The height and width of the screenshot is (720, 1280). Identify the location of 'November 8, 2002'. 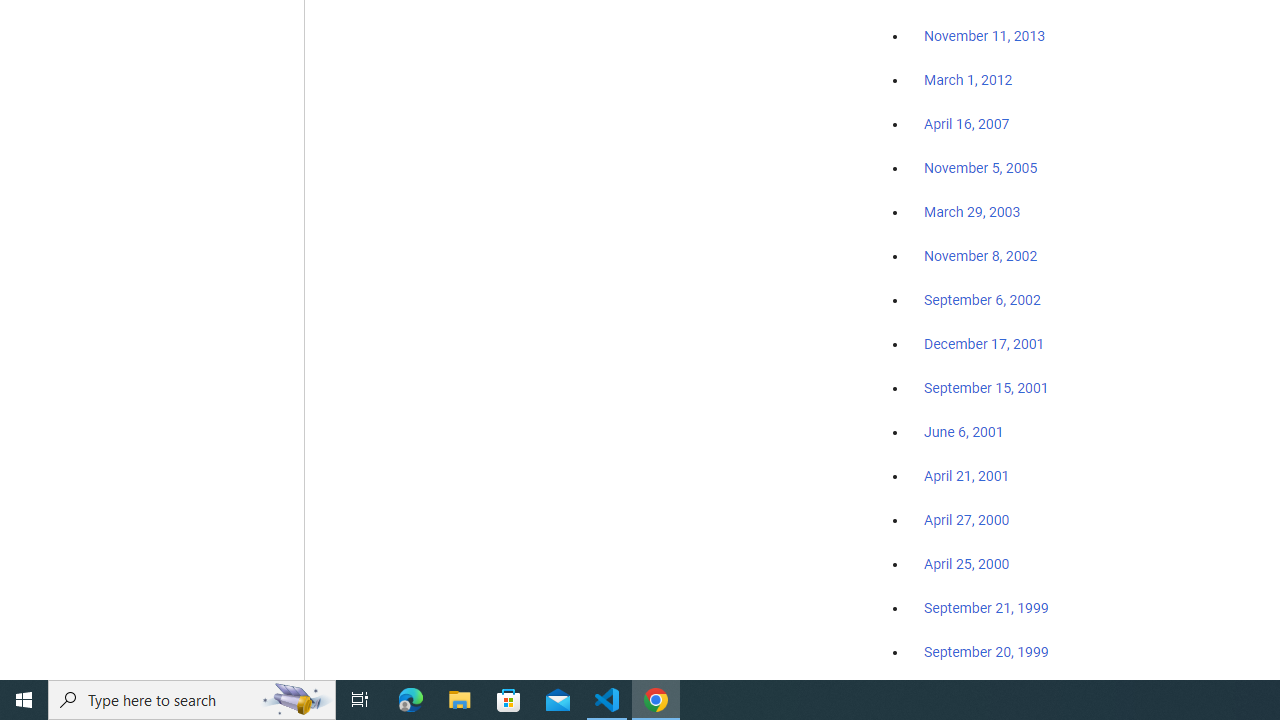
(981, 255).